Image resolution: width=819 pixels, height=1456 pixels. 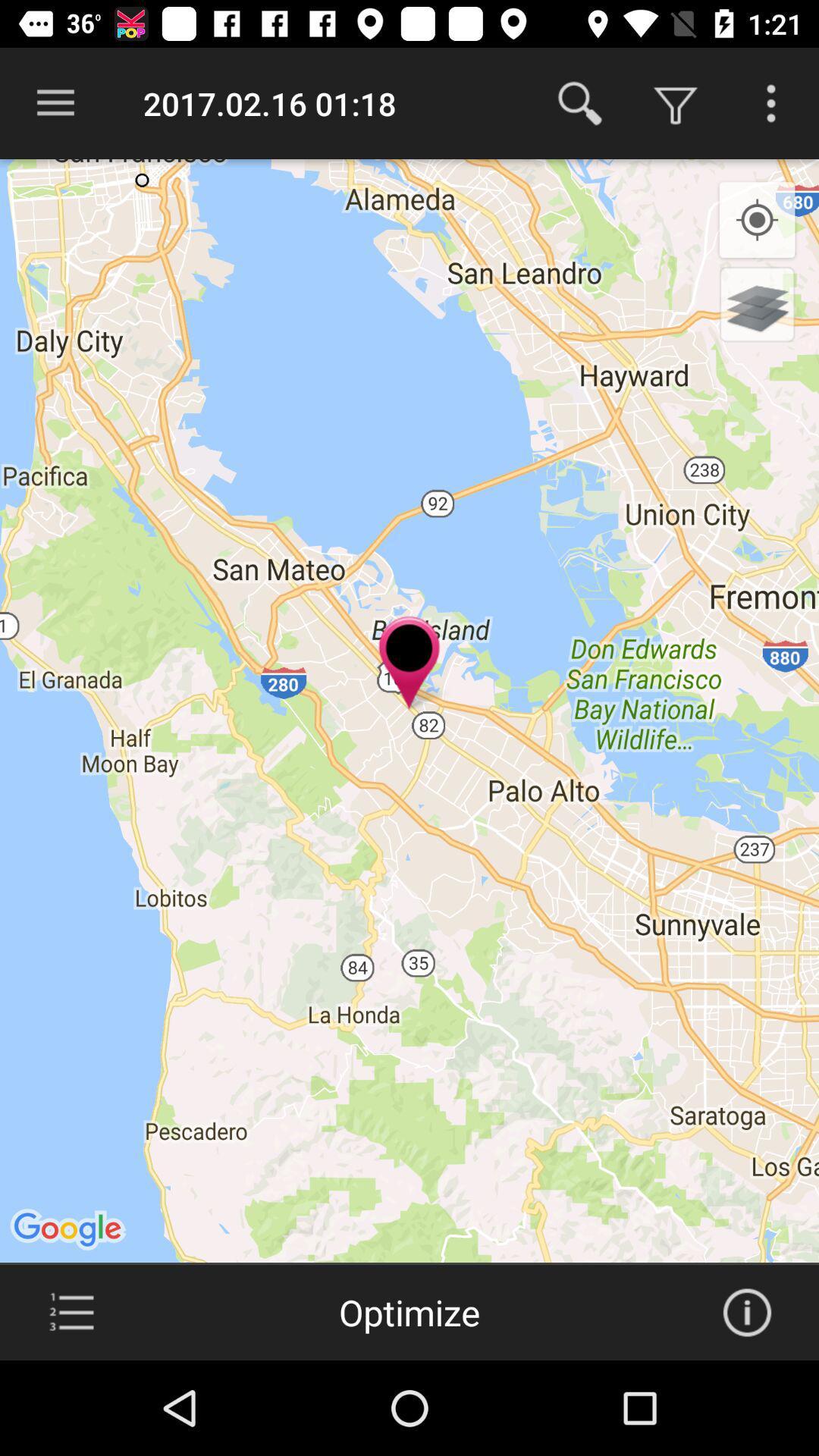 I want to click on tab to maps toggle to select location pointout location on map, so click(x=71, y=1312).